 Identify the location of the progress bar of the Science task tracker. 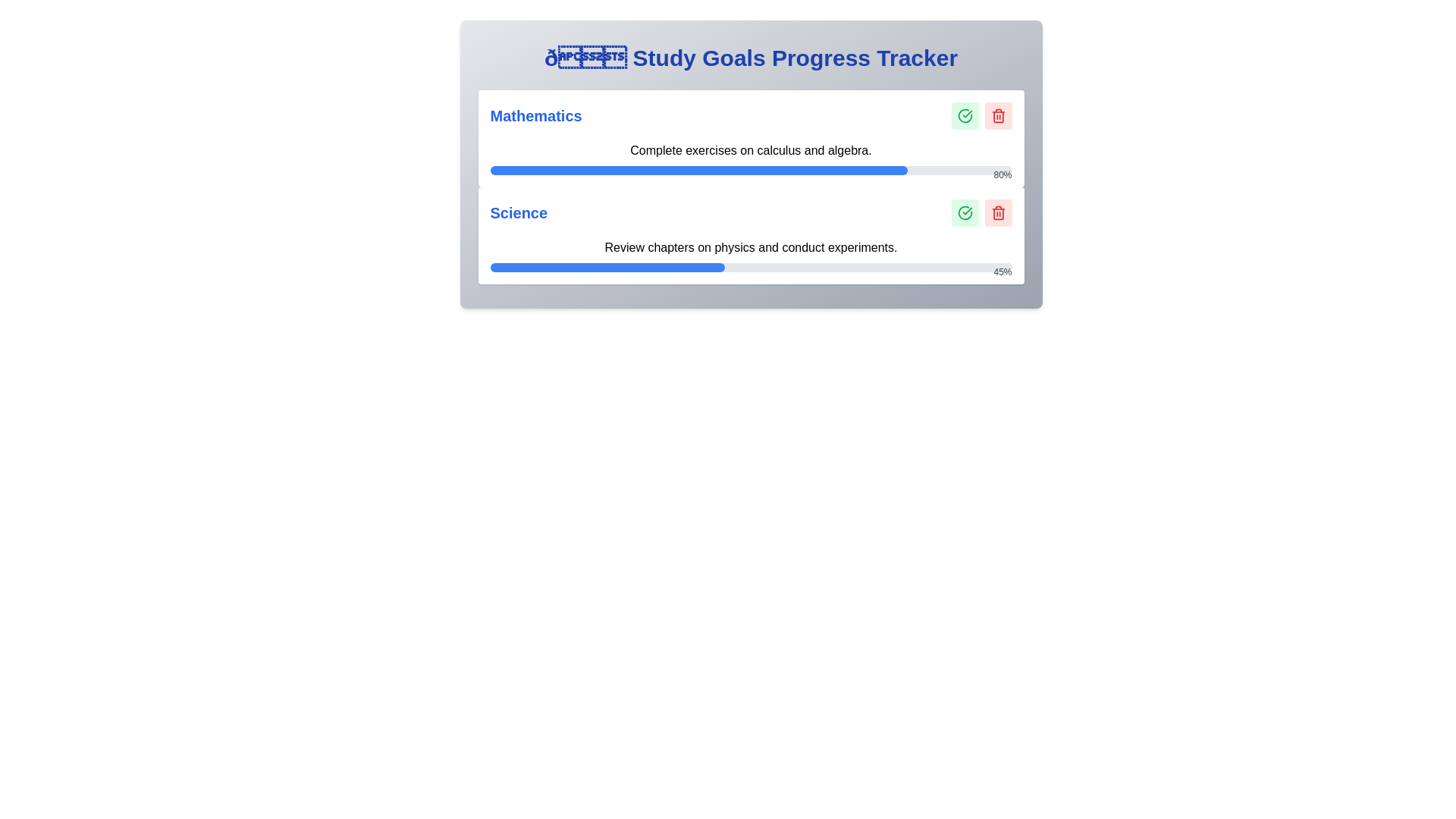
(751, 236).